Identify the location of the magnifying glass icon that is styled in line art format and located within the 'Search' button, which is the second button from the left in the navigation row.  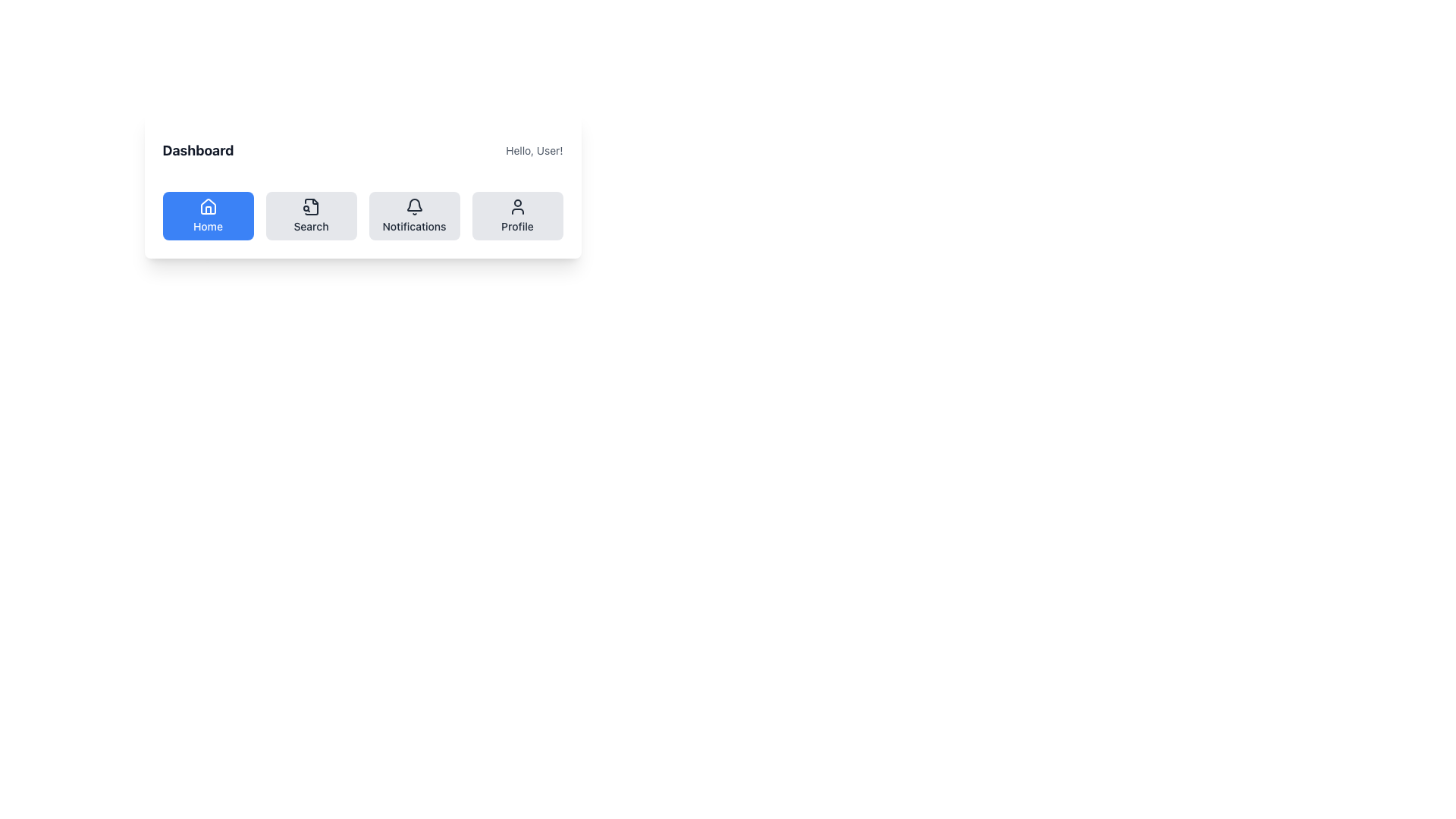
(310, 207).